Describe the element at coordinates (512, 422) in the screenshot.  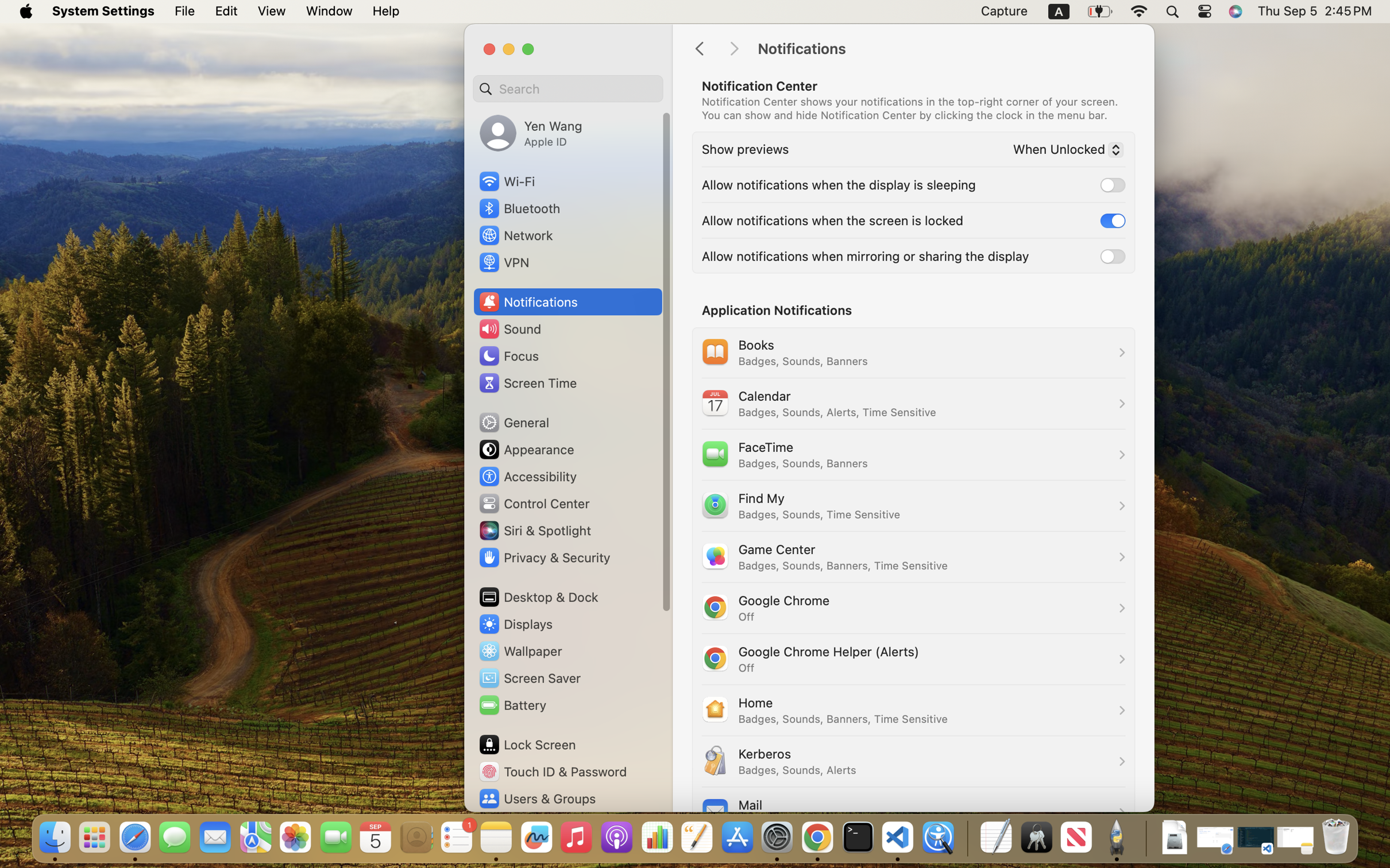
I see `'General'` at that location.